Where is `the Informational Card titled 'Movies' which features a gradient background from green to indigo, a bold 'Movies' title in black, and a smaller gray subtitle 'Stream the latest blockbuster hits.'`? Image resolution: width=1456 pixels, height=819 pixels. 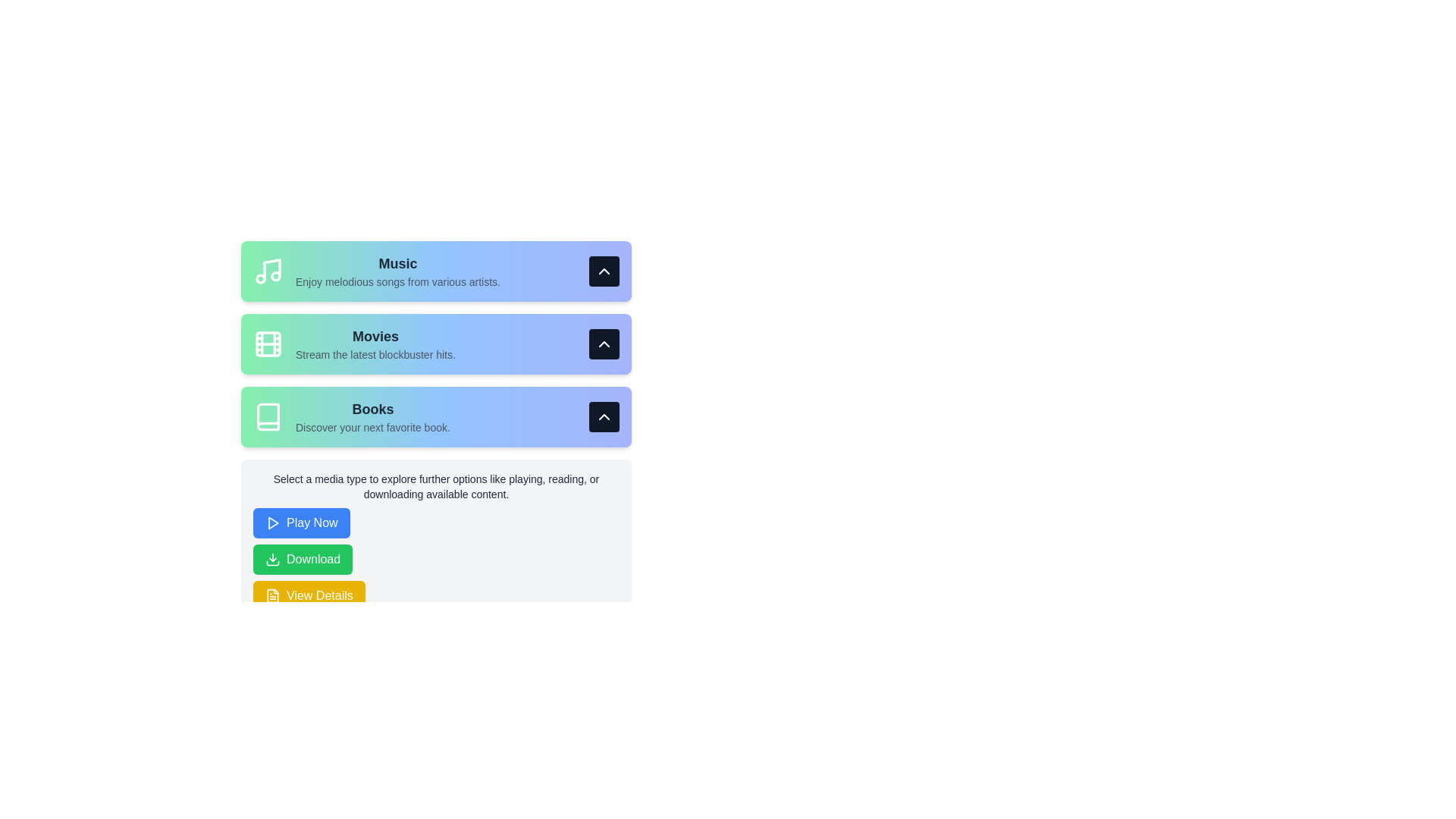
the Informational Card titled 'Movies' which features a gradient background from green to indigo, a bold 'Movies' title in black, and a smaller gray subtitle 'Stream the latest blockbuster hits.' is located at coordinates (435, 344).